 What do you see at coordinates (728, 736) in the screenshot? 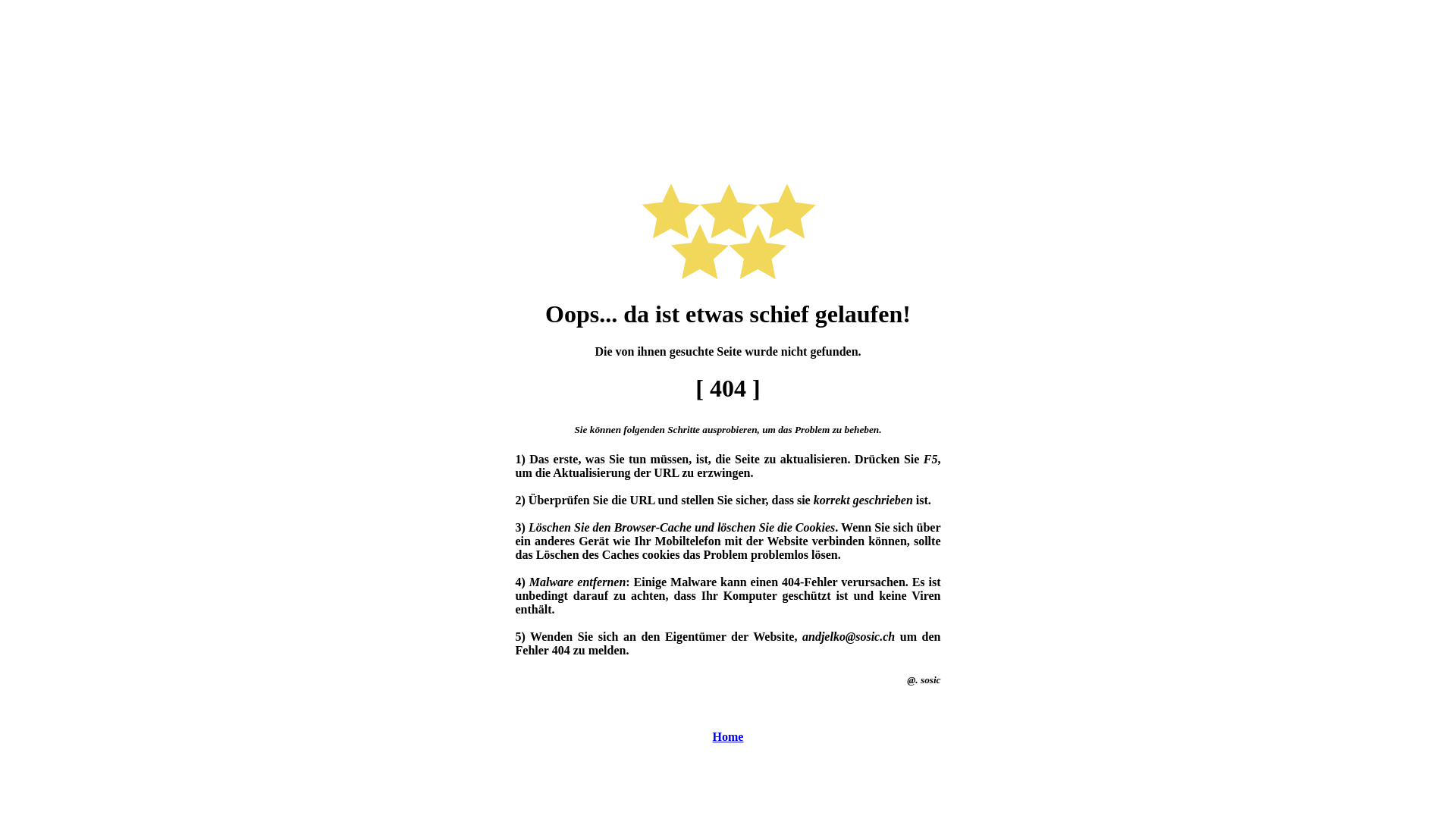
I see `'Home'` at bounding box center [728, 736].